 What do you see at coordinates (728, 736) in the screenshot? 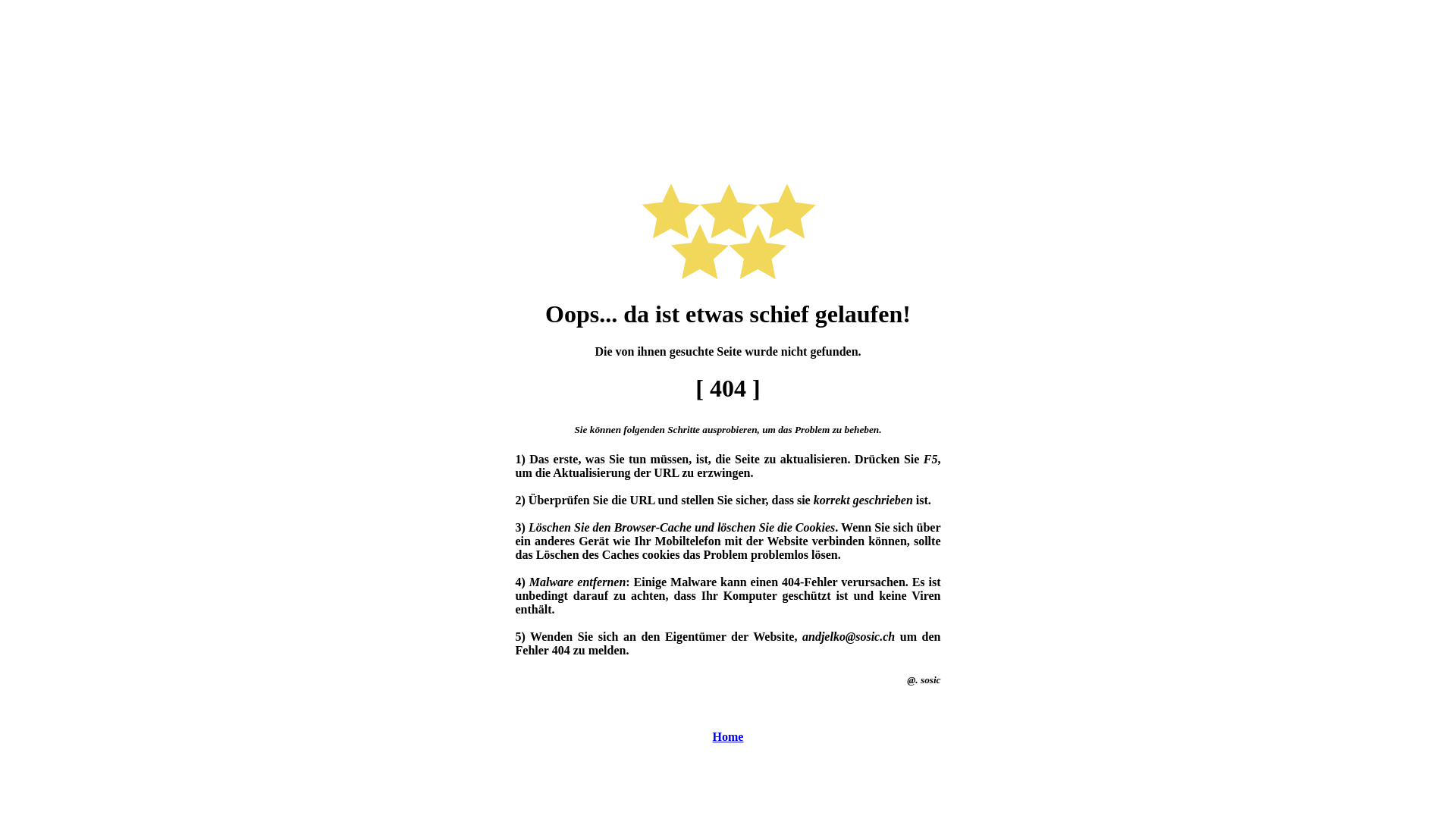
I see `'Home'` at bounding box center [728, 736].